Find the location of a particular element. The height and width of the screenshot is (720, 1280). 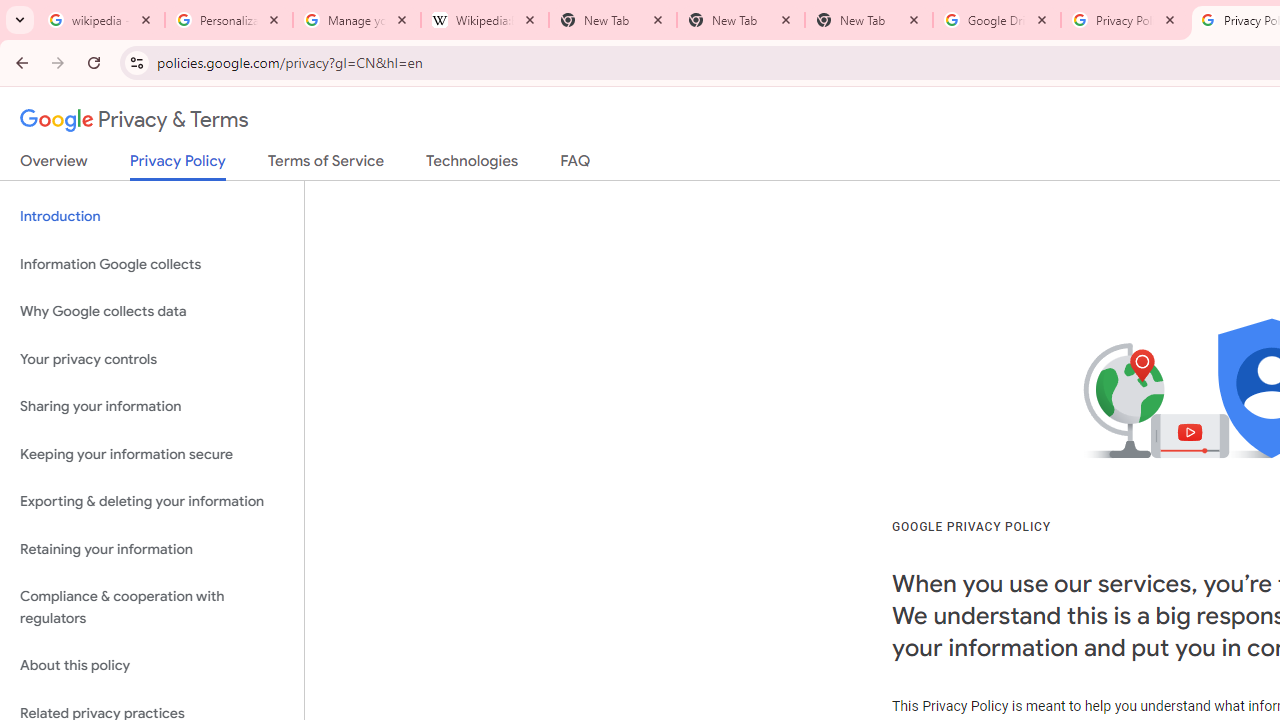

'Technologies' is located at coordinates (471, 164).